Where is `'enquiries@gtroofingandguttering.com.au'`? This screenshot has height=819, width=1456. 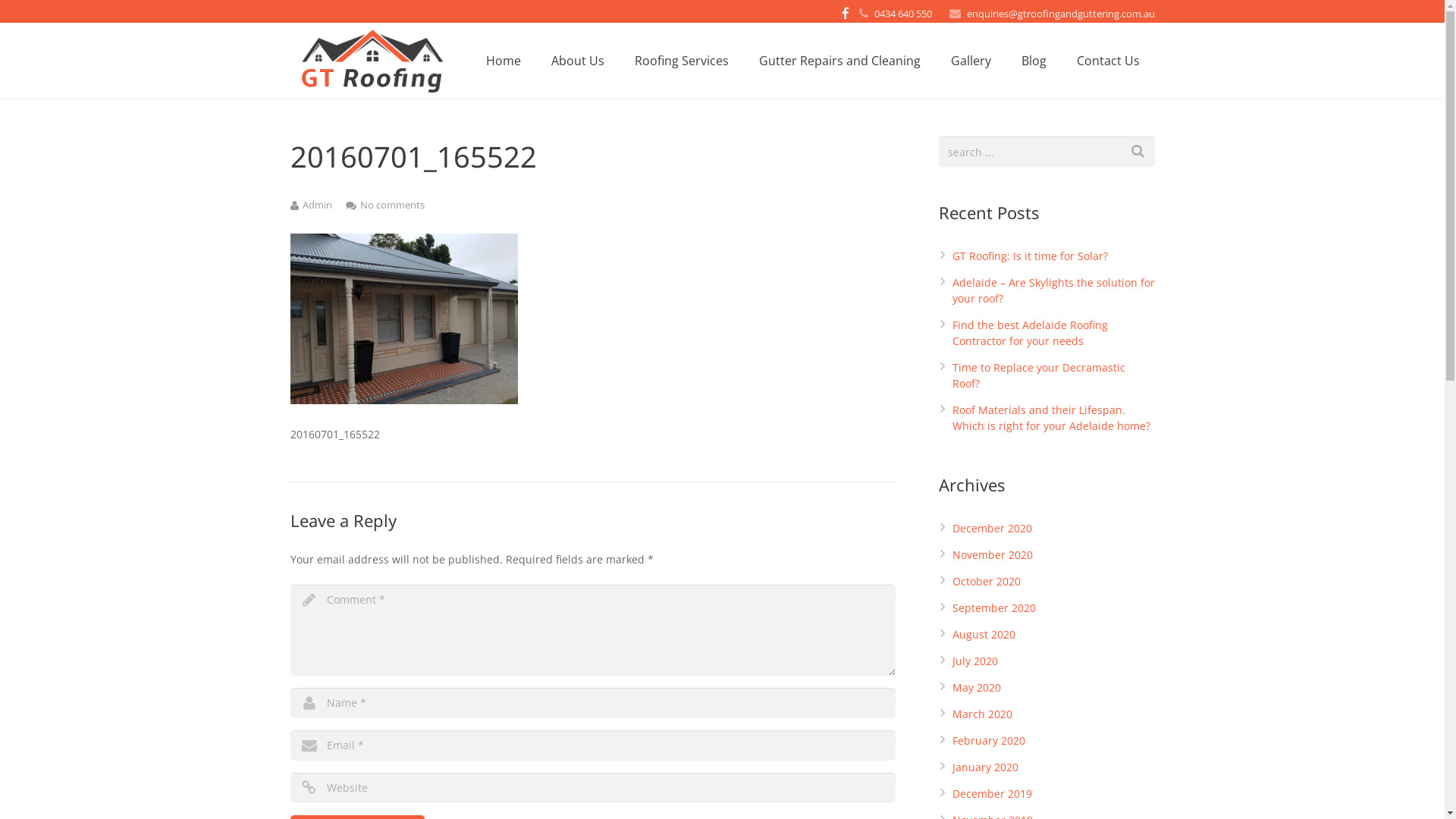
'enquiries@gtroofingandguttering.com.au' is located at coordinates (1059, 14).